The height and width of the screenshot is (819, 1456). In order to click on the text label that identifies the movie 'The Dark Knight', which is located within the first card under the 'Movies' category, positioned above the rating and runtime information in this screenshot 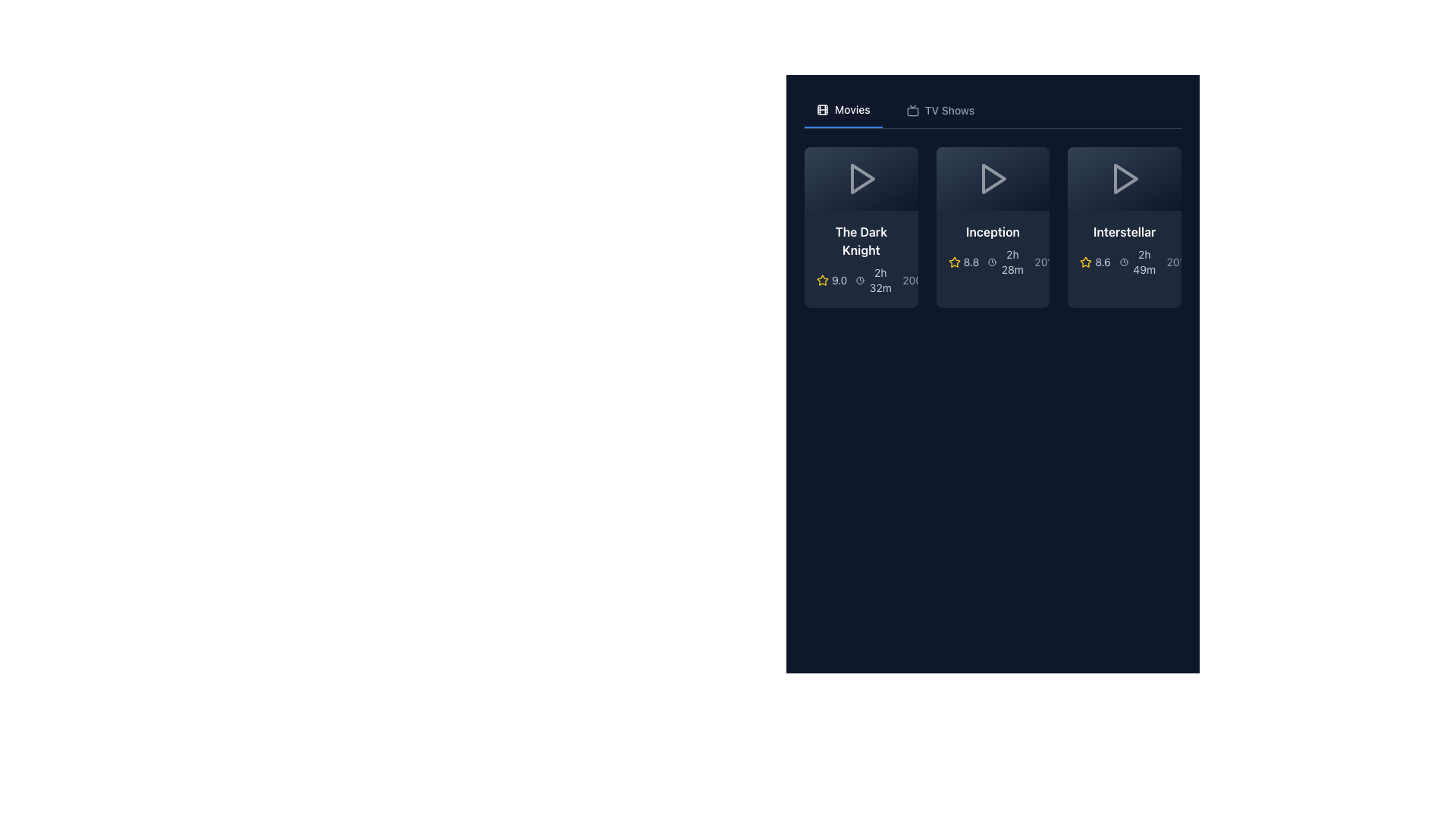, I will do `click(861, 240)`.